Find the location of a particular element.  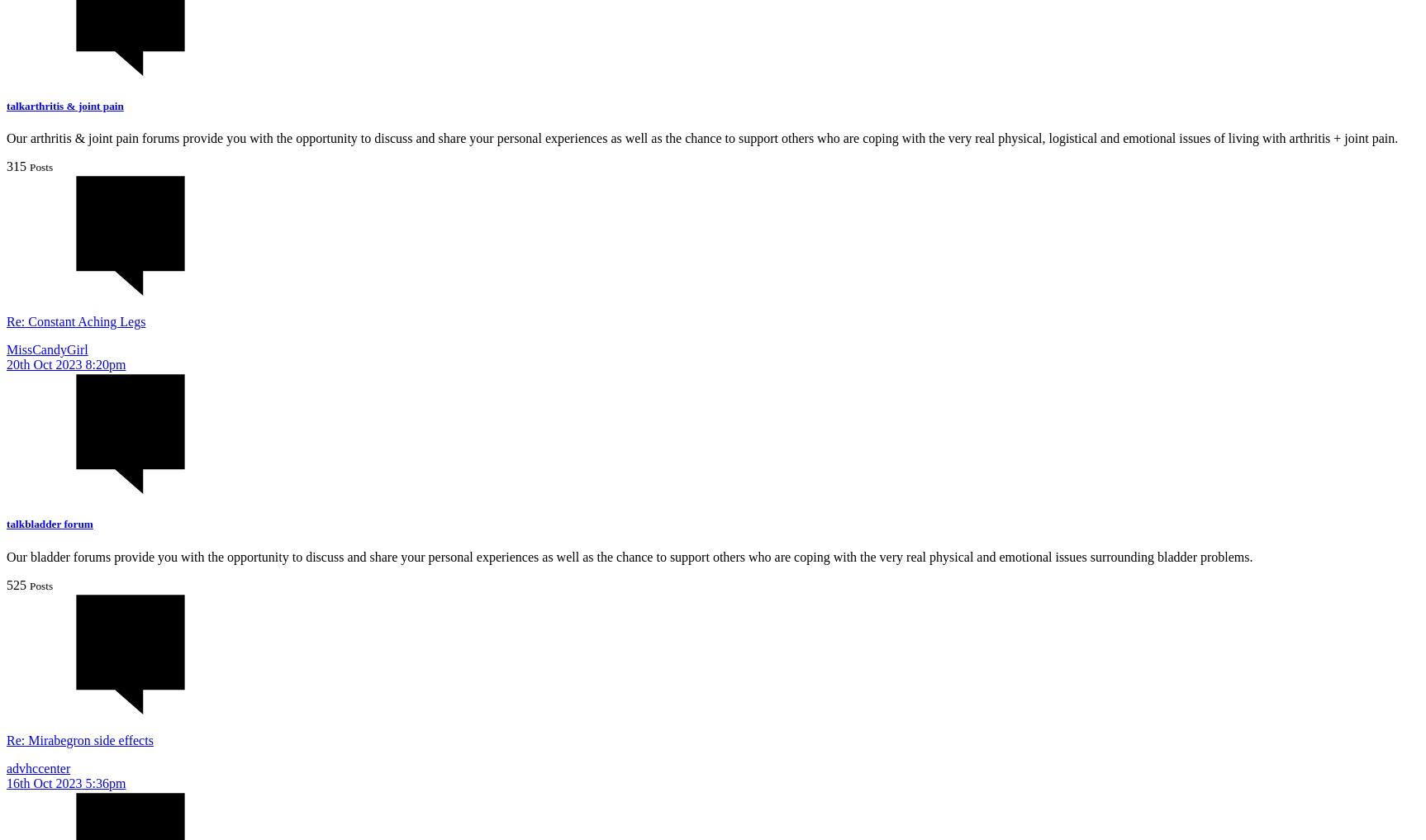

'talkarthritis & joint pain' is located at coordinates (64, 105).